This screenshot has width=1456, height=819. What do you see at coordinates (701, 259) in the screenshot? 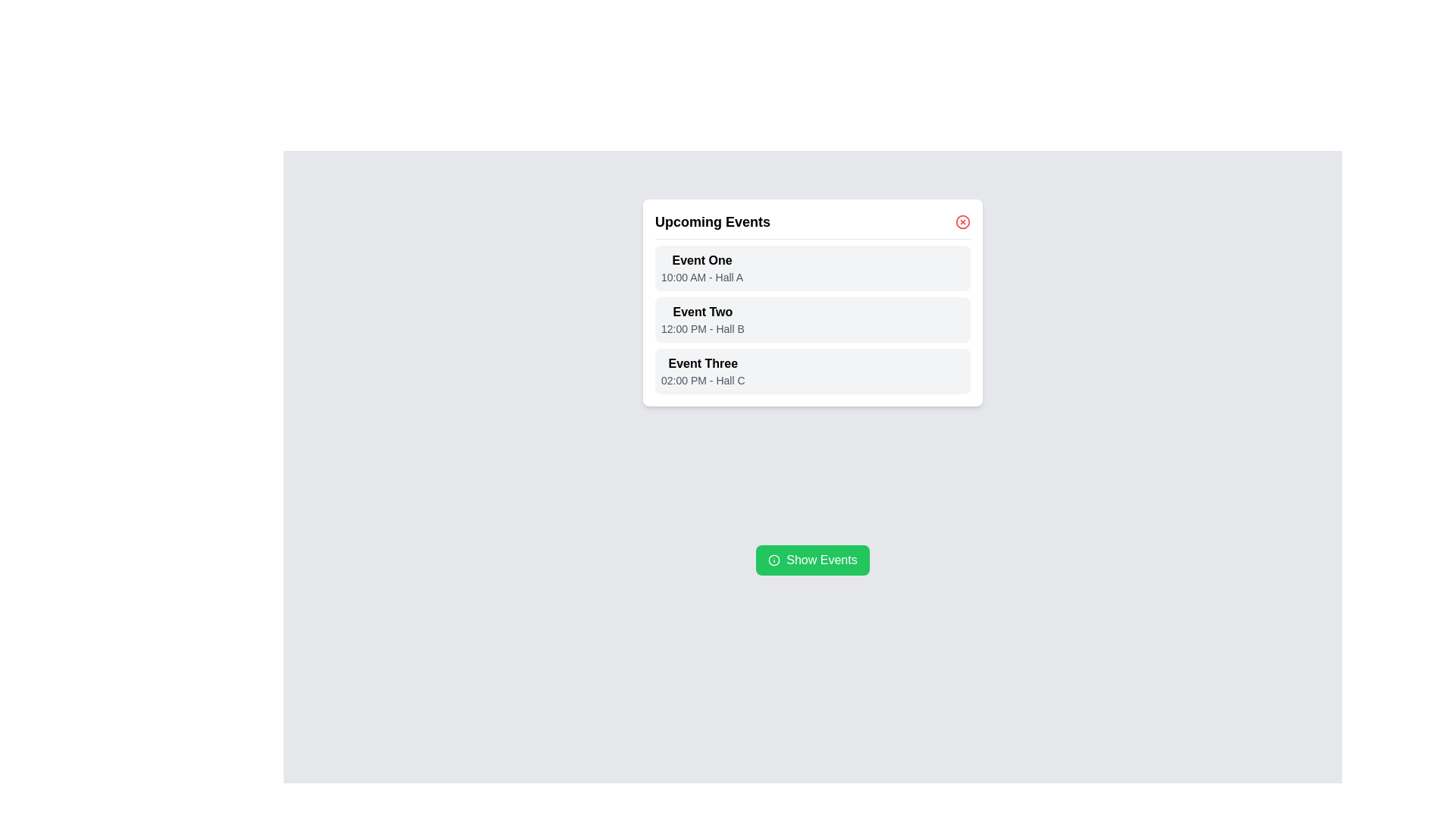
I see `the Text Label that indicates the title of the first event in the 'Upcoming Events' section, located above '10:00 AM - Hall A'` at bounding box center [701, 259].